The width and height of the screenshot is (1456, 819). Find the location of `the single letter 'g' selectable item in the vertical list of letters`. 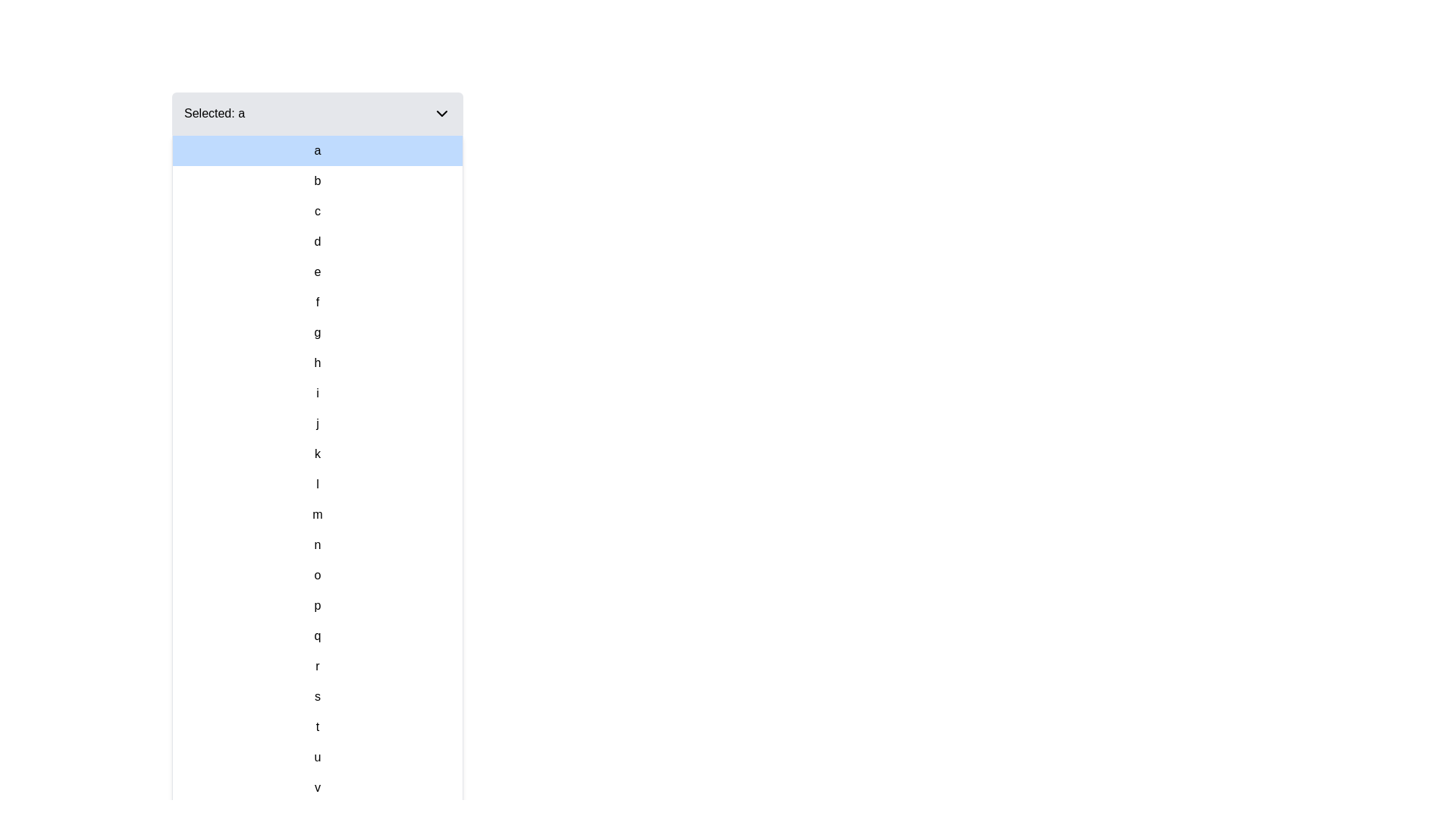

the single letter 'g' selectable item in the vertical list of letters is located at coordinates (316, 332).